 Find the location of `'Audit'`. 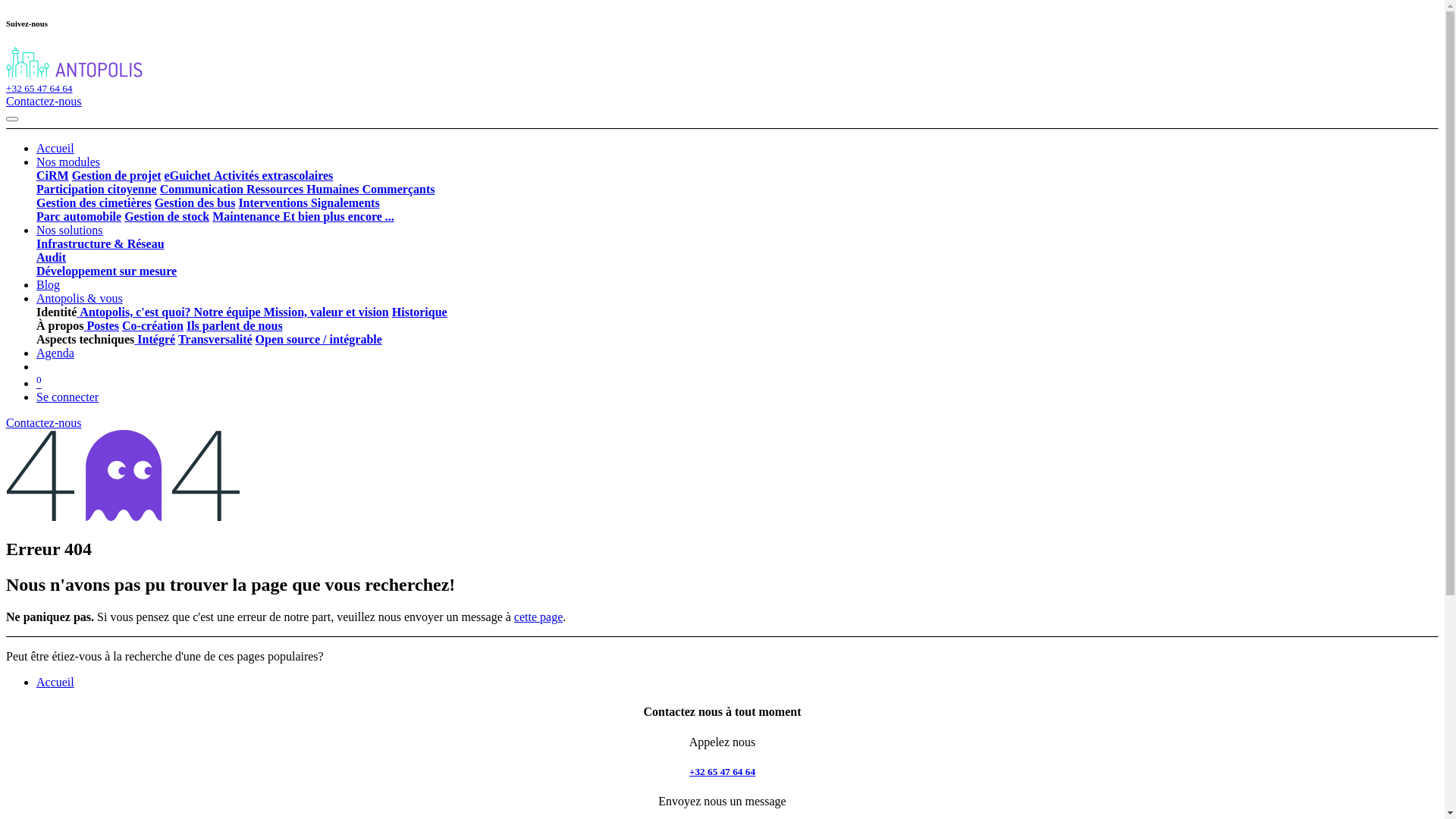

'Audit' is located at coordinates (51, 256).